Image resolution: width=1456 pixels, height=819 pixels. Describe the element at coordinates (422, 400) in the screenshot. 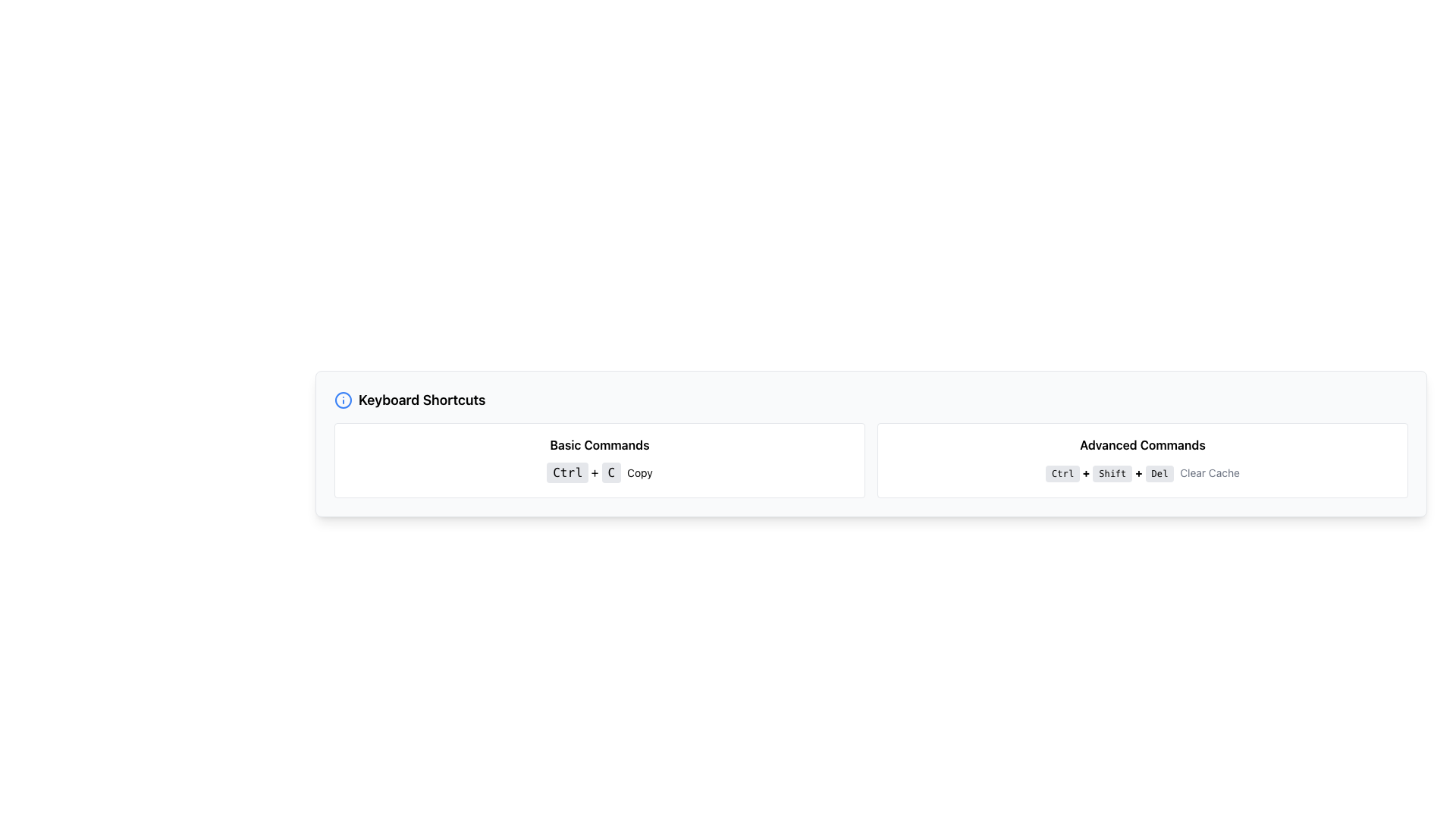

I see `the 'Keyboard Shortcuts' text label, which is a prominent title displayed in black and bold, located adjacent to an icon on its left` at that location.